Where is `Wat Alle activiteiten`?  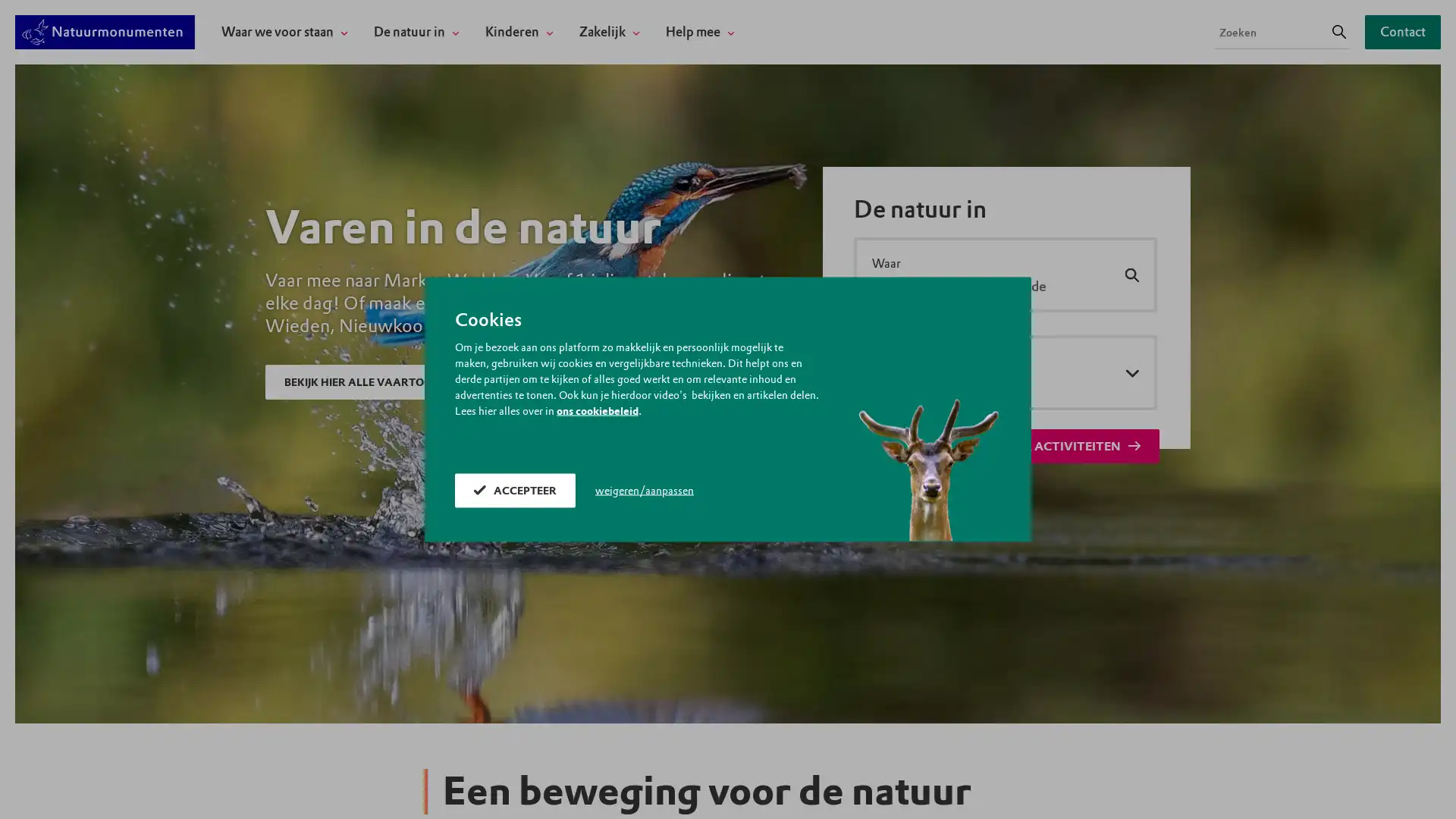 Wat Alle activiteiten is located at coordinates (1005, 372).